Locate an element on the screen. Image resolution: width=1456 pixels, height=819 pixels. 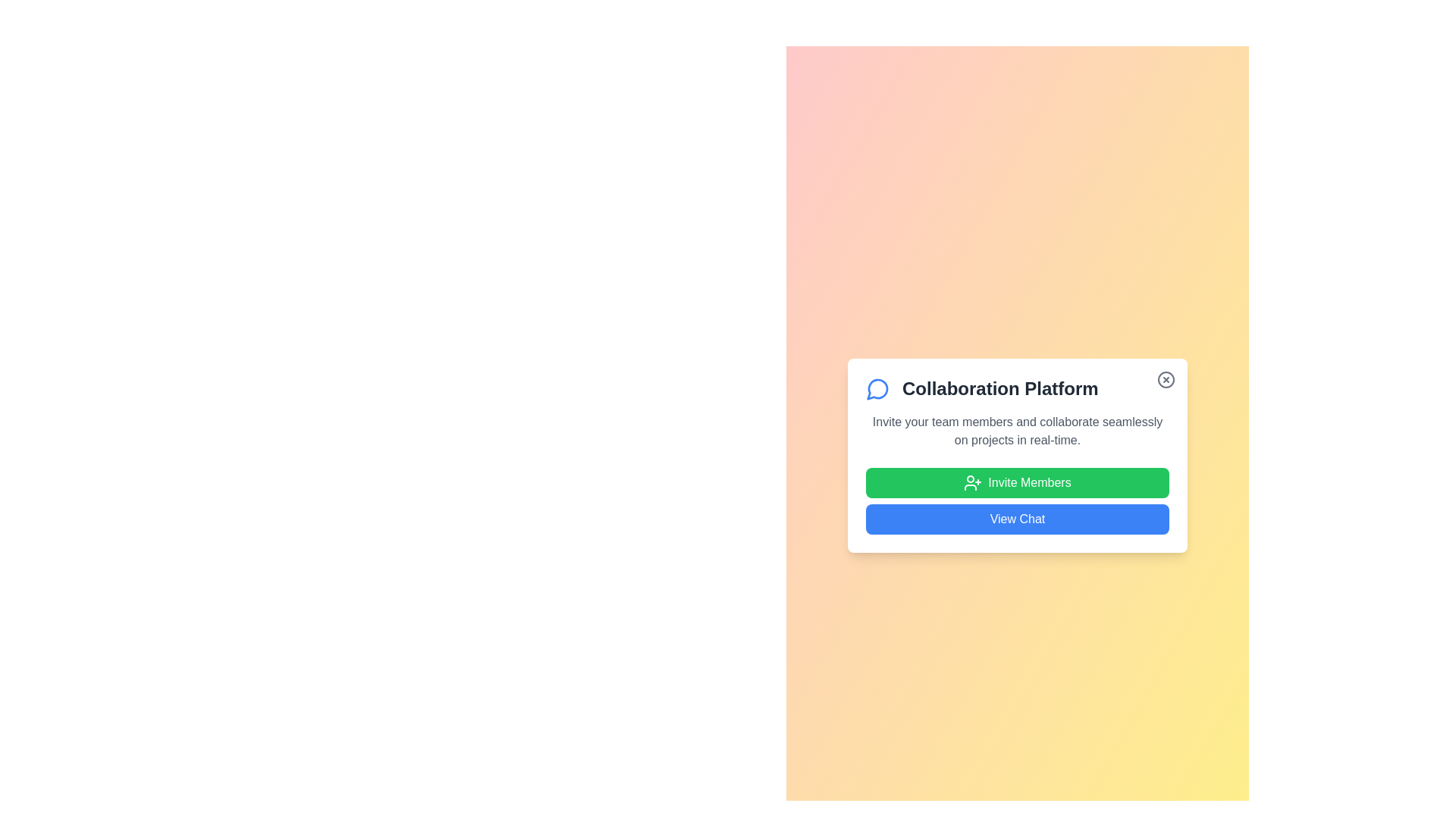
the 'View Chat' button to open the chat interface is located at coordinates (1018, 519).